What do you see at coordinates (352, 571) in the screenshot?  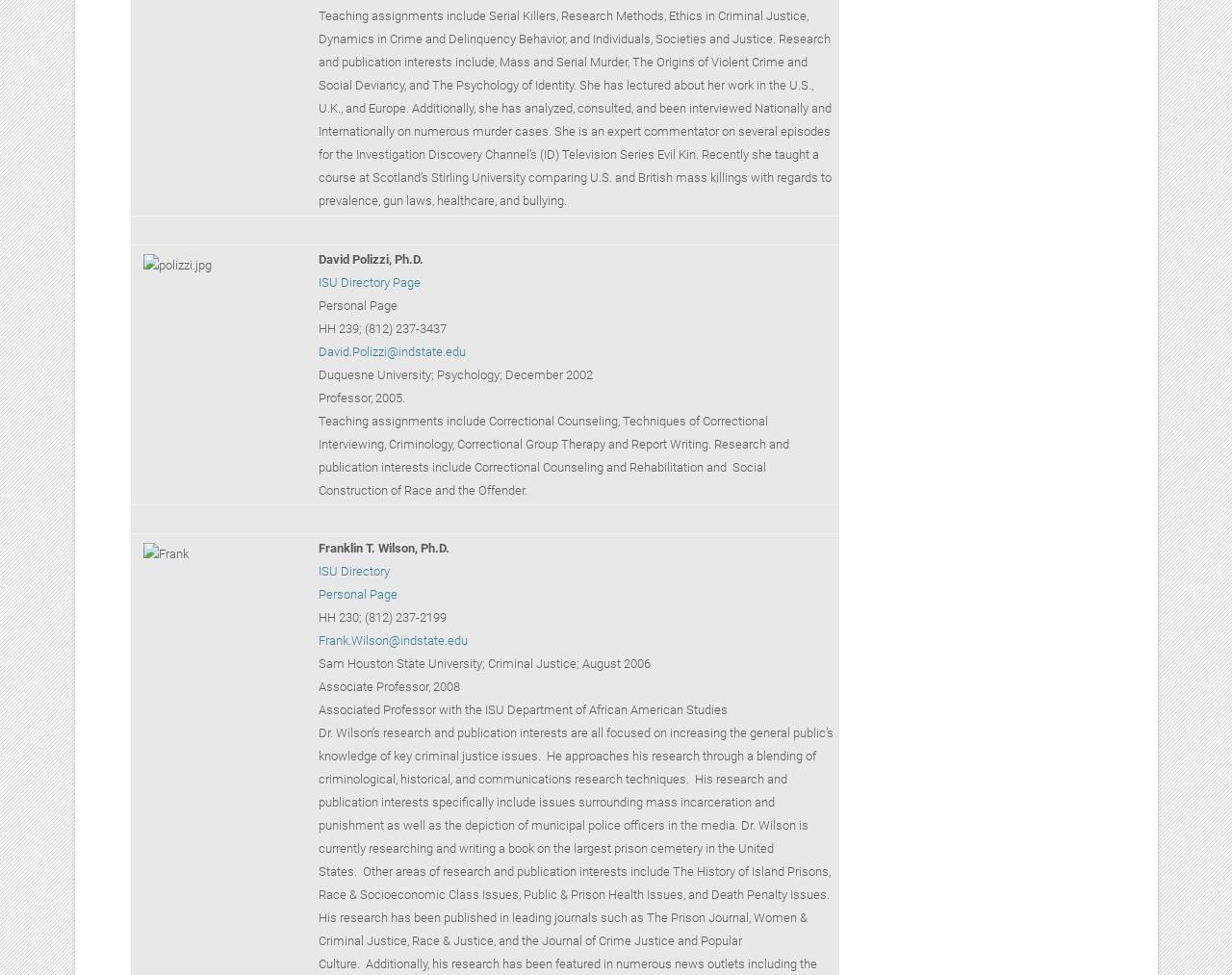 I see `'ISU Directory'` at bounding box center [352, 571].